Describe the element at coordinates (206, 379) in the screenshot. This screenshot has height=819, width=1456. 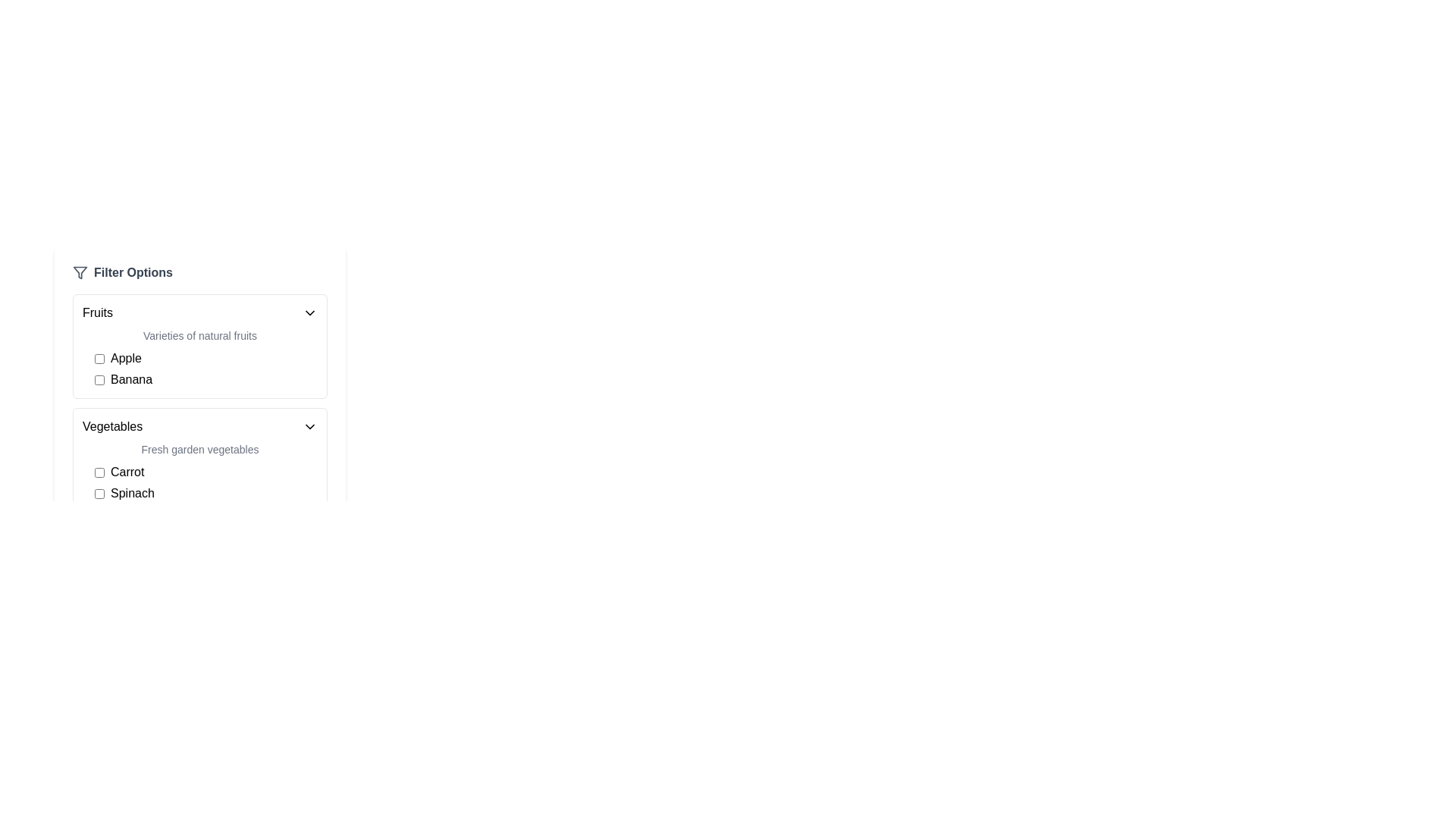
I see `the 'Banana' checkbox` at that location.